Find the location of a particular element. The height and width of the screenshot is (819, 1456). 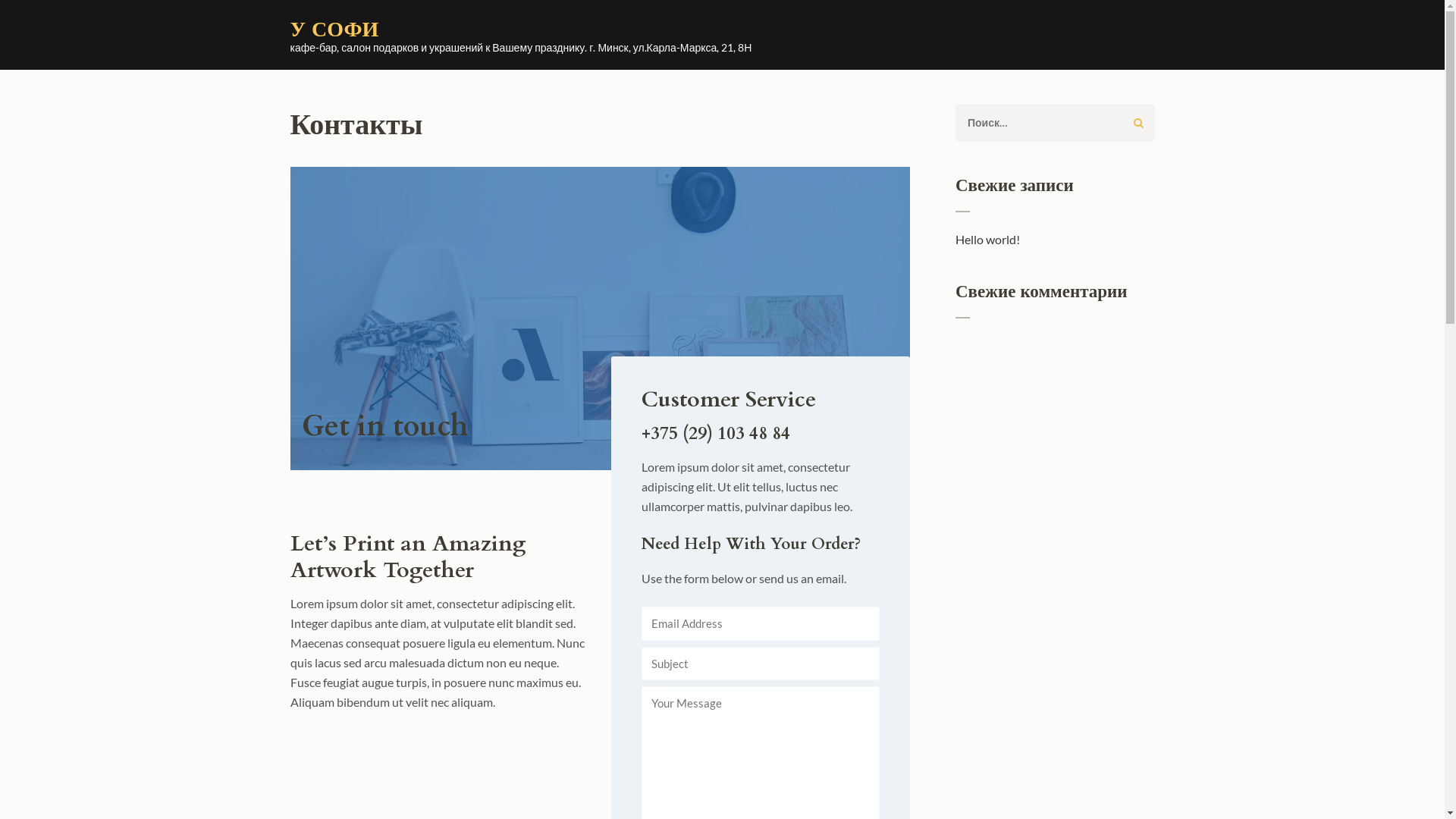

'Hello world!' is located at coordinates (954, 239).